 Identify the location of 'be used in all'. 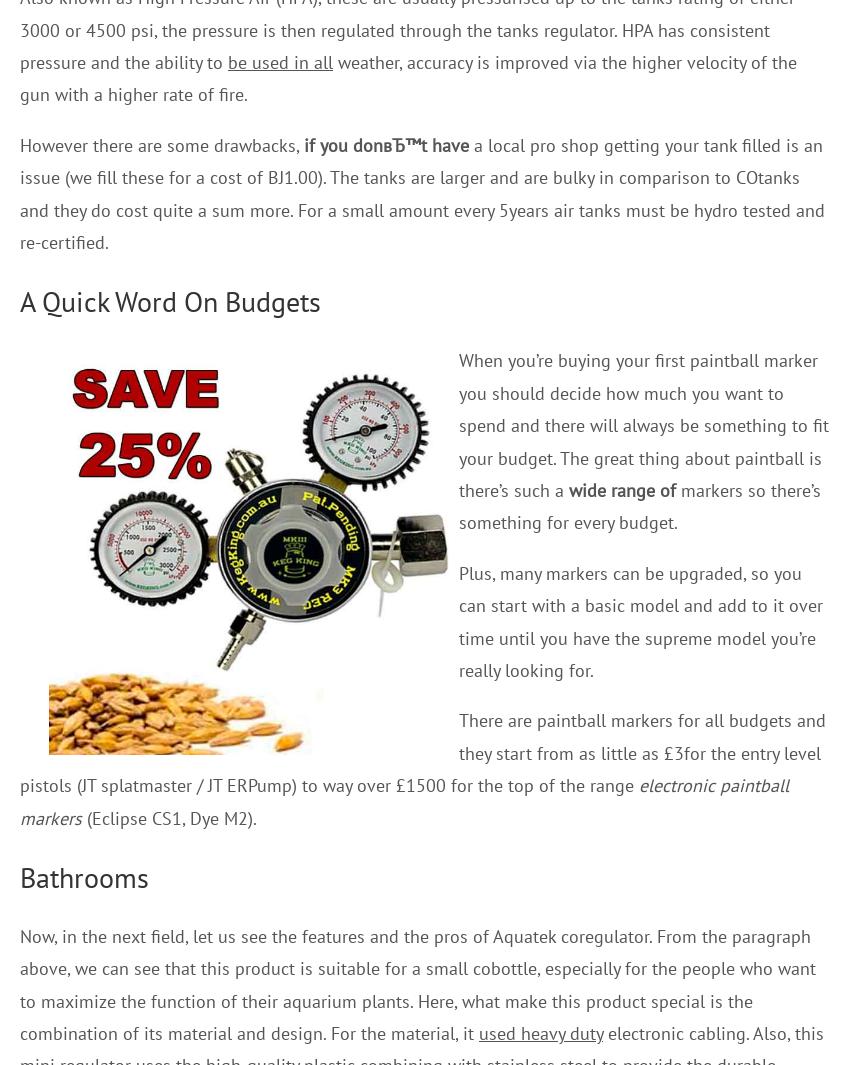
(227, 61).